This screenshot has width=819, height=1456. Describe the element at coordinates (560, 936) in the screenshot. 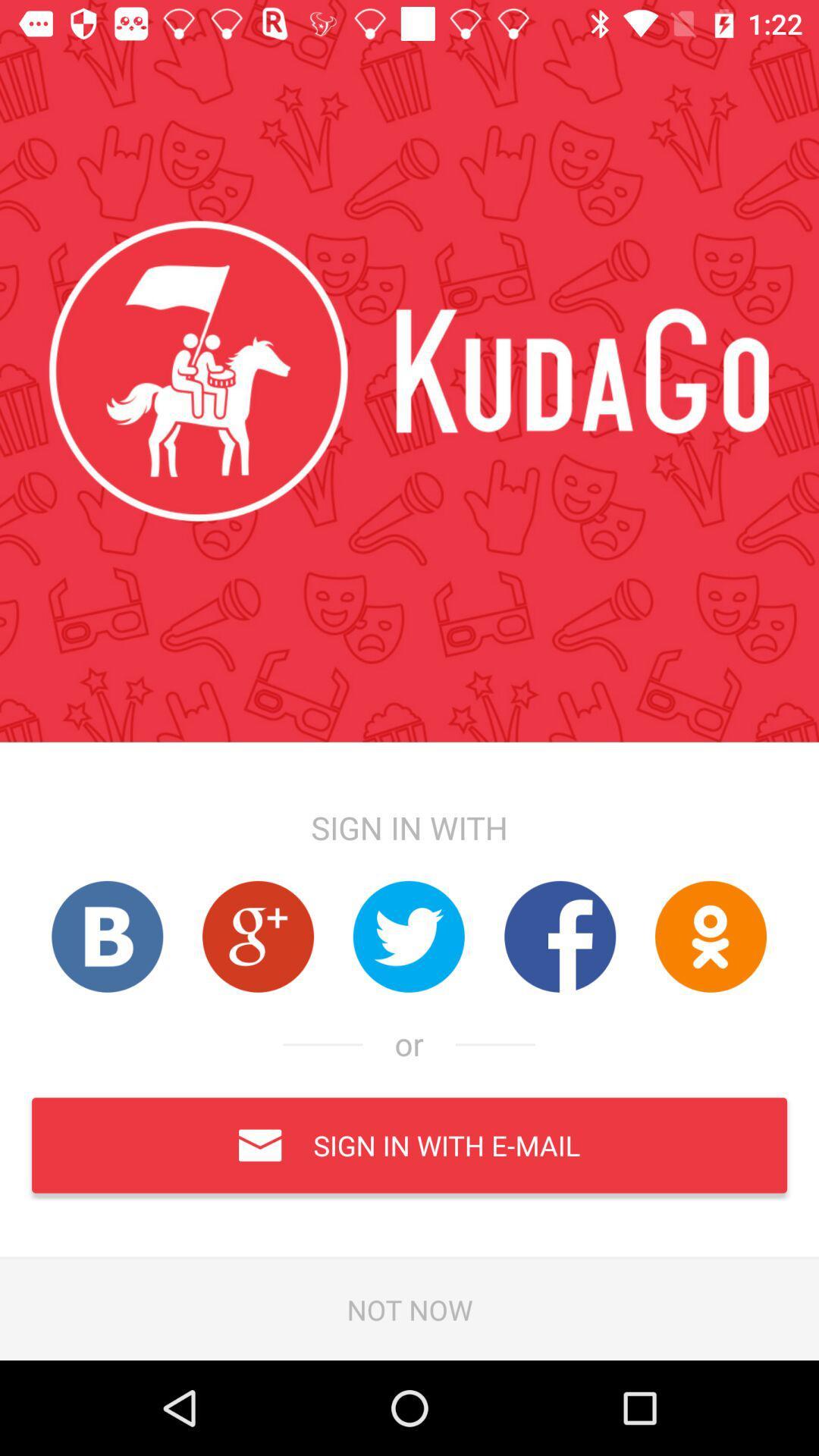

I see `facebook` at that location.